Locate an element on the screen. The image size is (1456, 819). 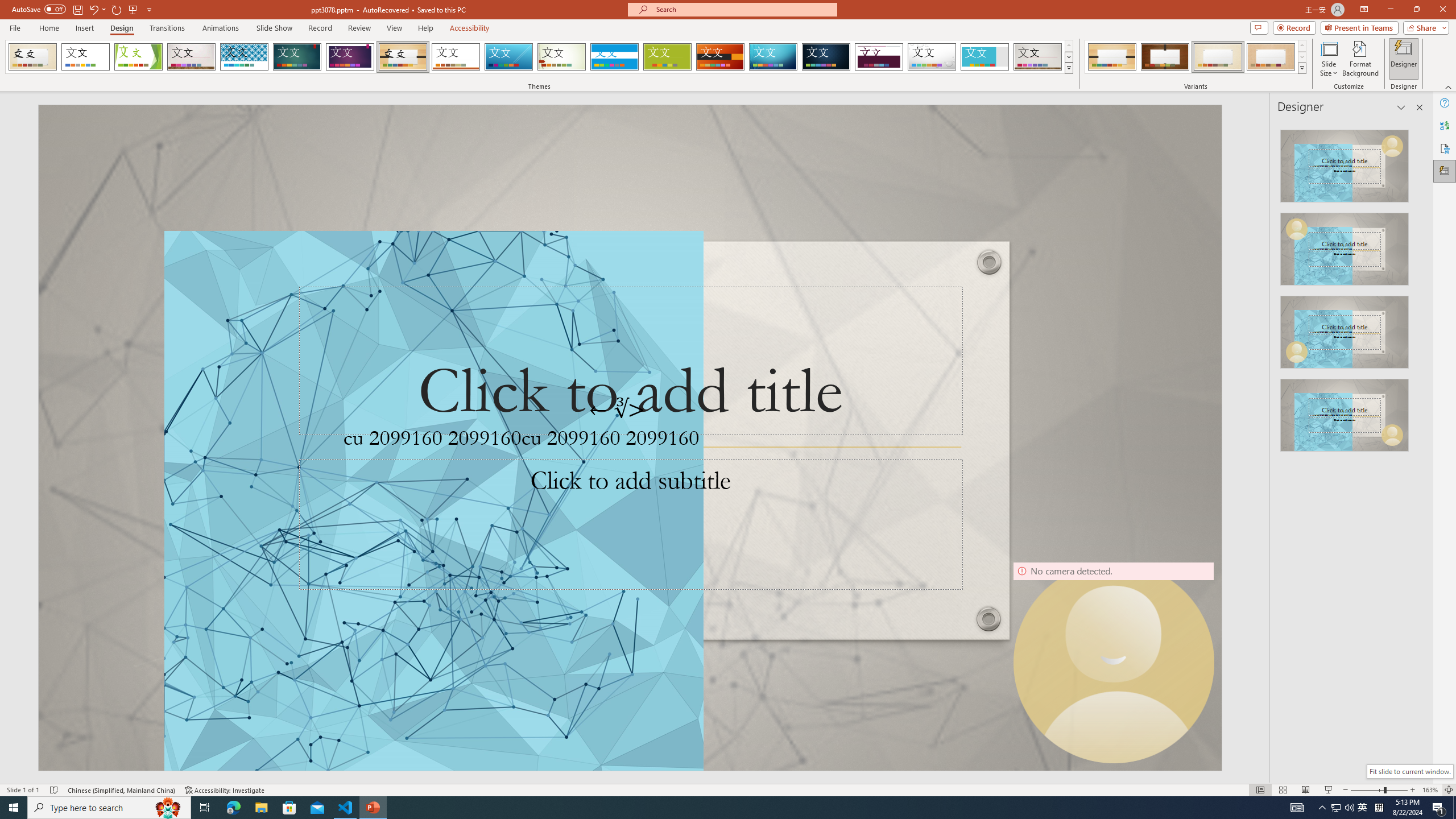
'Animations' is located at coordinates (220, 28).